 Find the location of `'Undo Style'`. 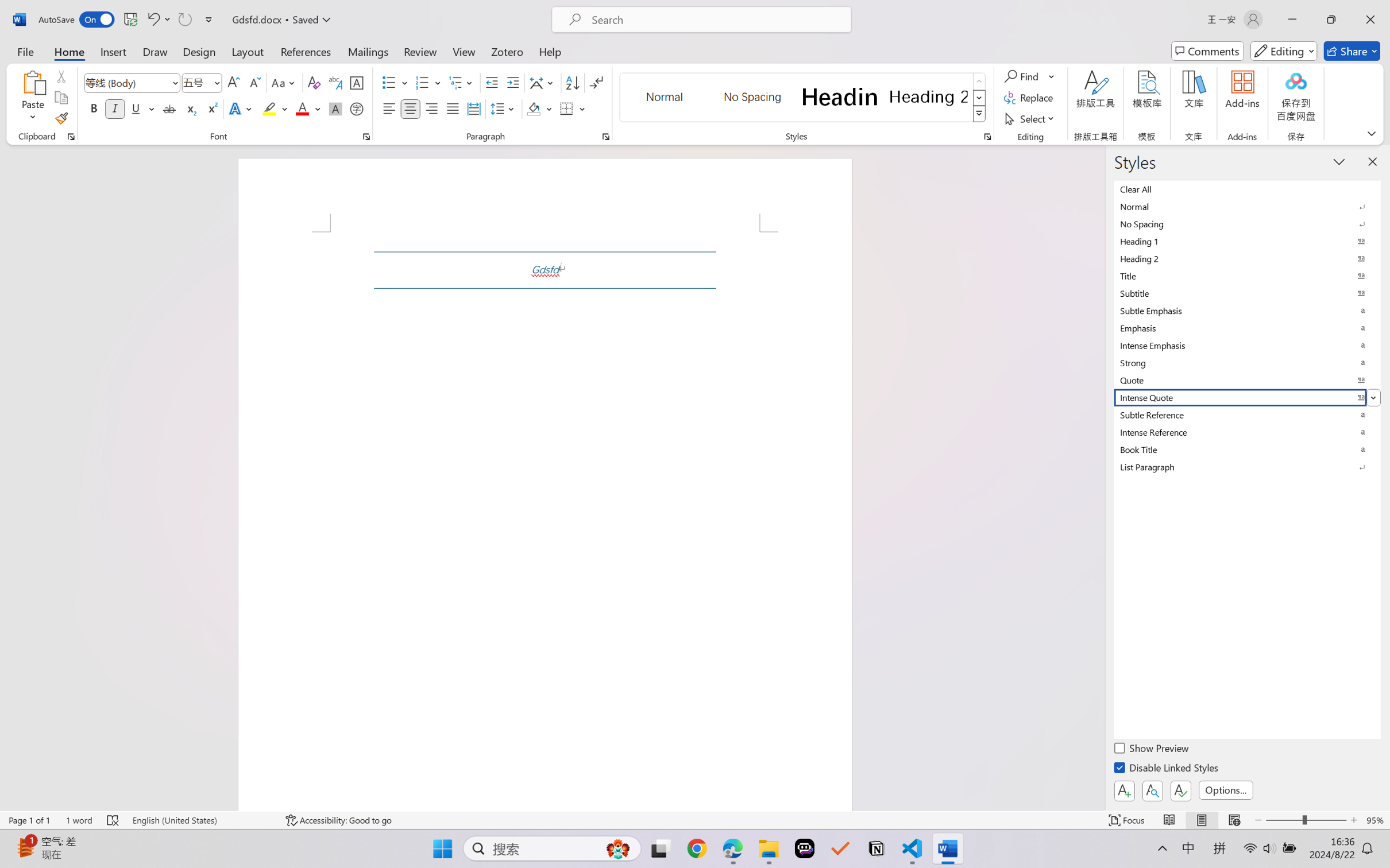

'Undo Style' is located at coordinates (157, 19).